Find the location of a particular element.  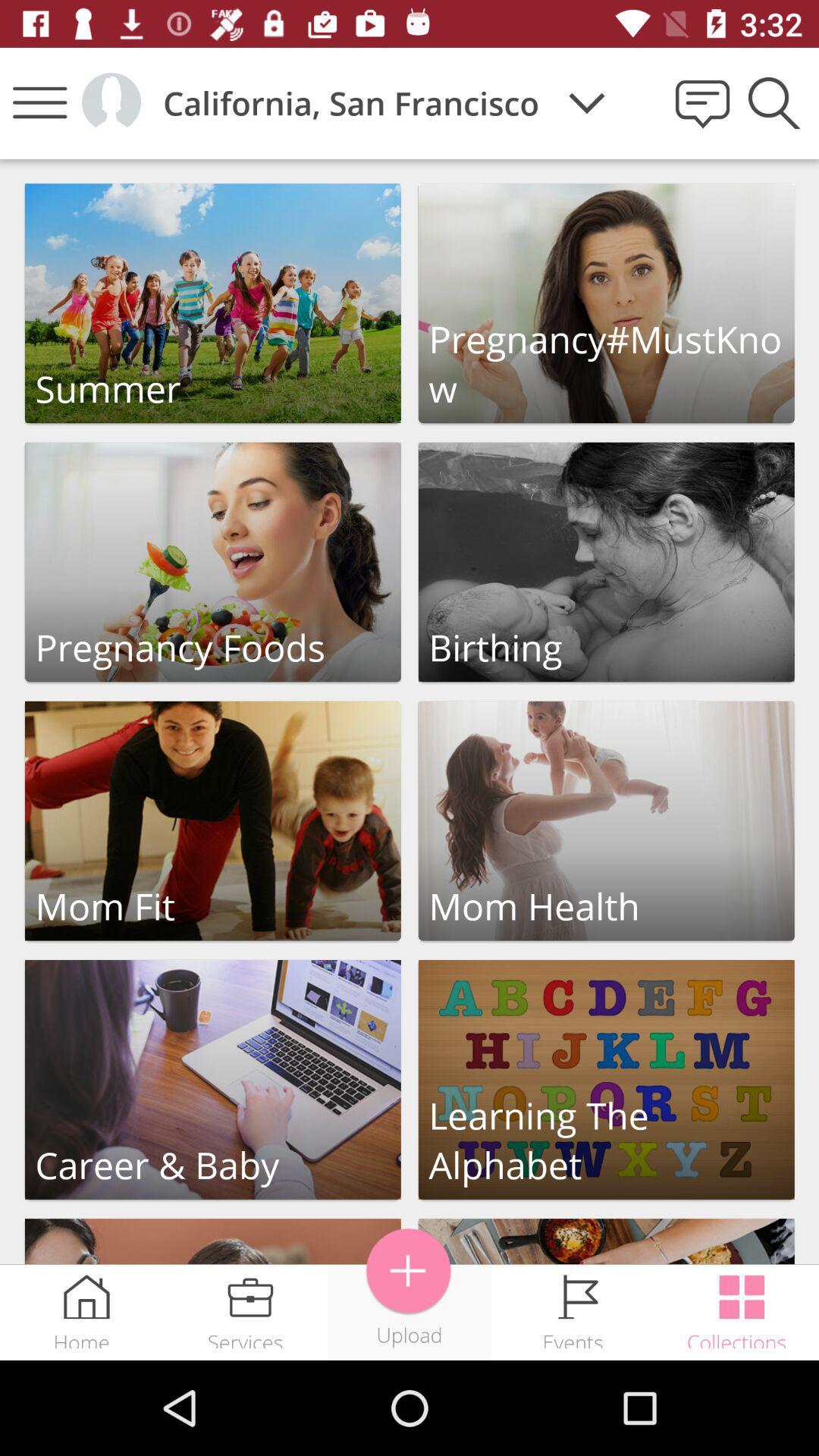

launch picture is located at coordinates (605, 1241).